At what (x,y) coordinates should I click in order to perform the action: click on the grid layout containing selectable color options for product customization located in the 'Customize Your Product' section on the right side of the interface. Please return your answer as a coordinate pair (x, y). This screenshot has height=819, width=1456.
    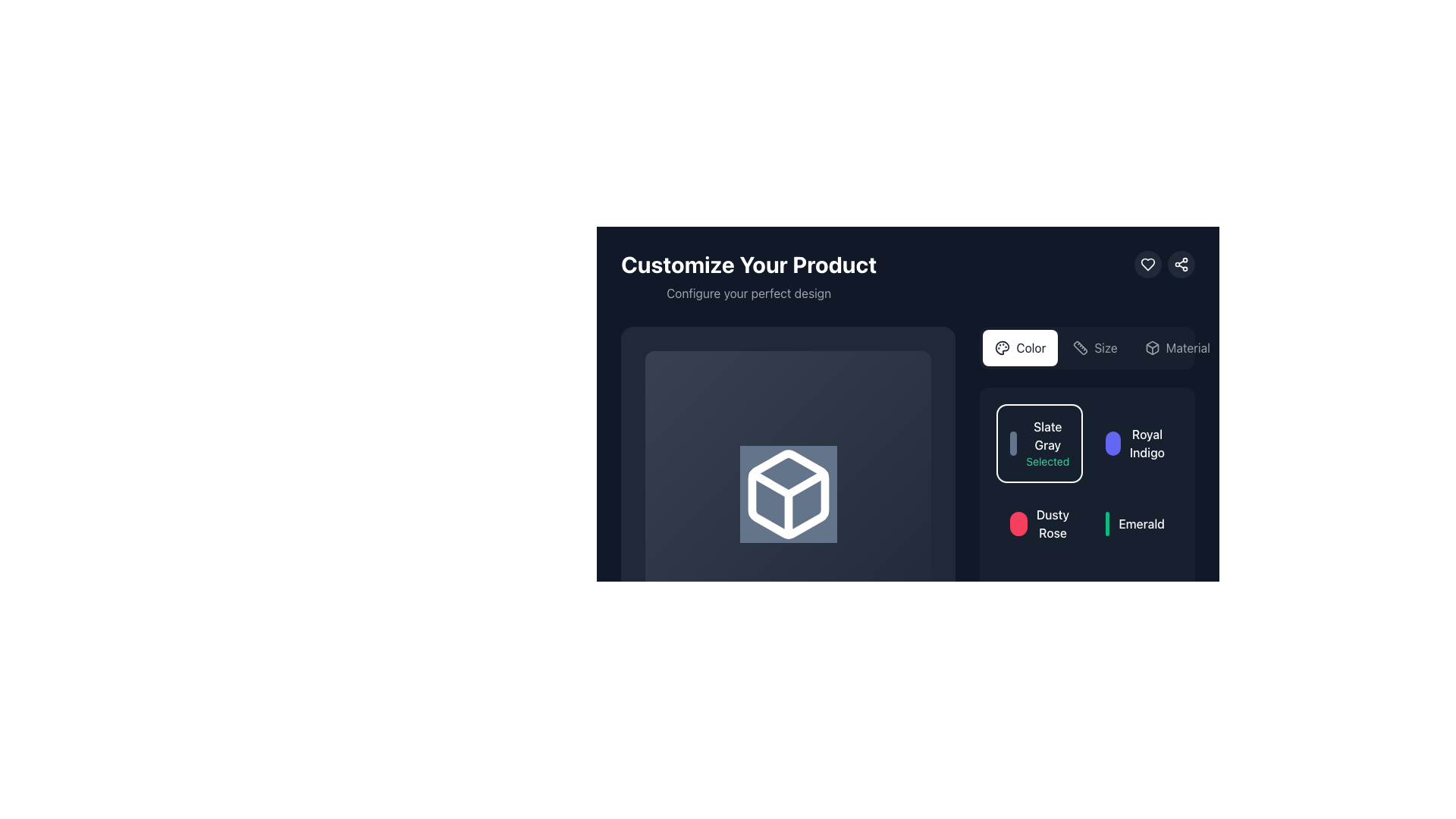
    Looking at the image, I should click on (1087, 516).